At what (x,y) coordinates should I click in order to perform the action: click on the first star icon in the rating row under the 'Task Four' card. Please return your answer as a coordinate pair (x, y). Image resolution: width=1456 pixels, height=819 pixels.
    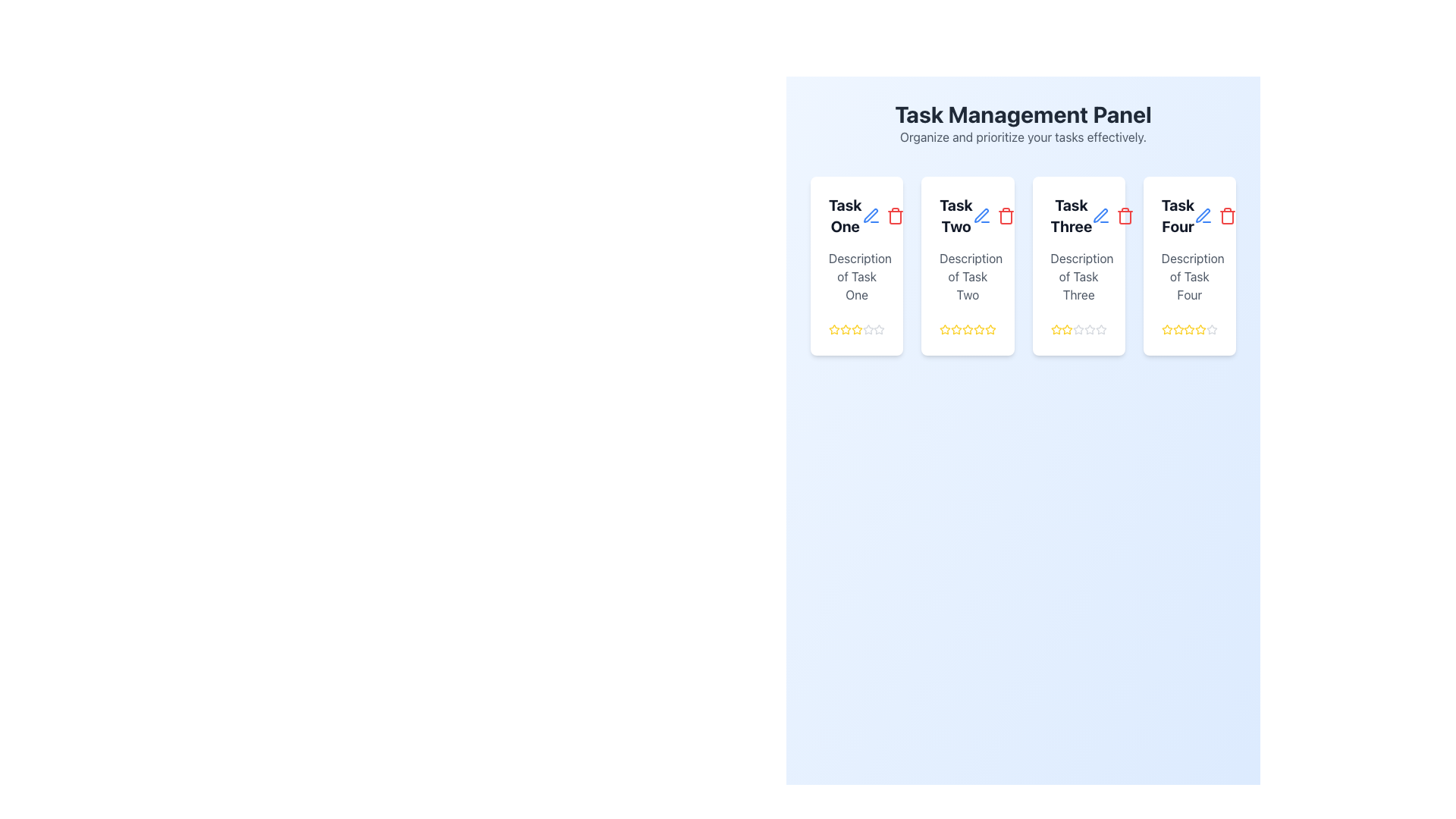
    Looking at the image, I should click on (1166, 329).